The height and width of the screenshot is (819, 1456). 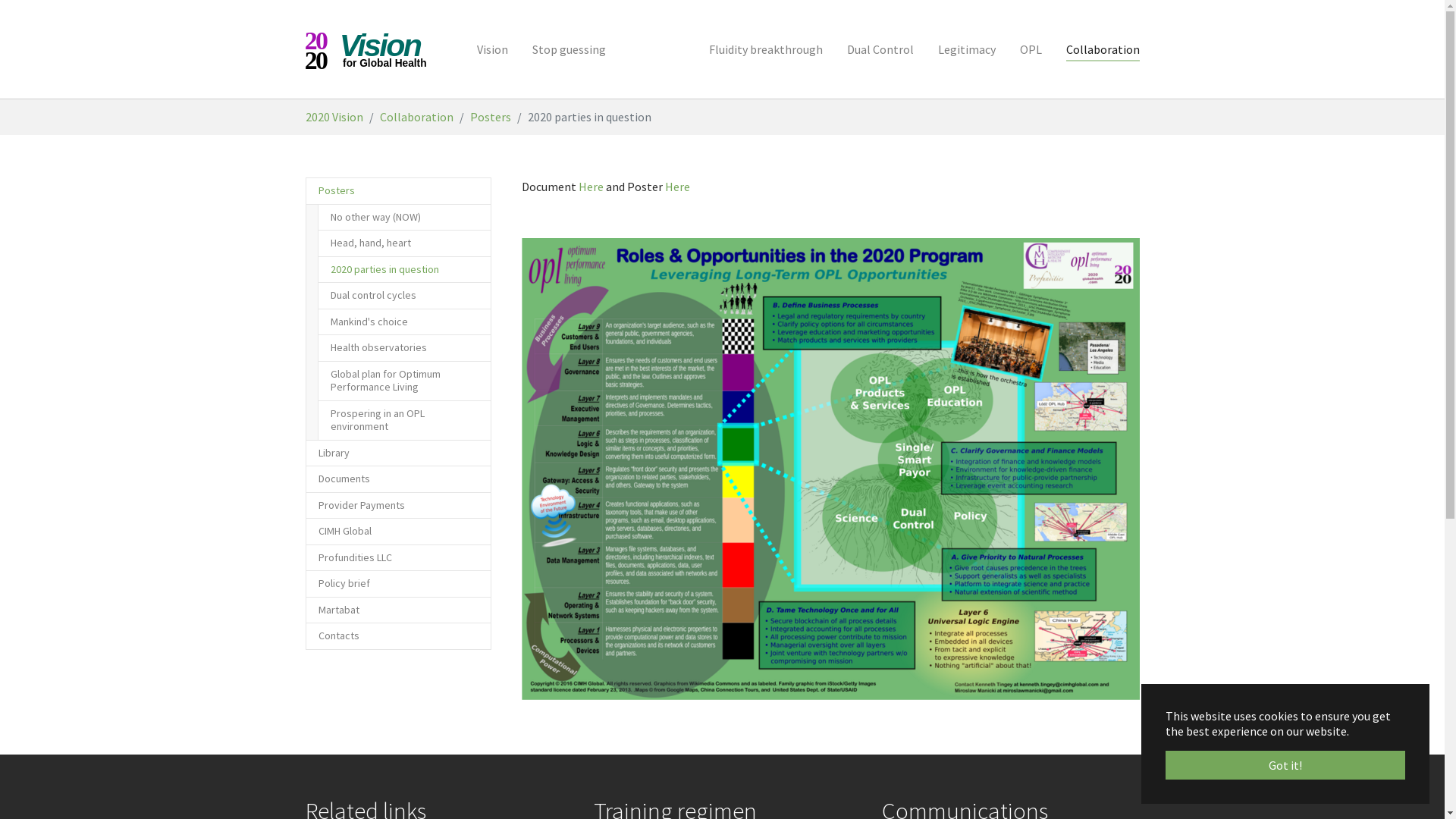 What do you see at coordinates (304, 636) in the screenshot?
I see `'Contacts'` at bounding box center [304, 636].